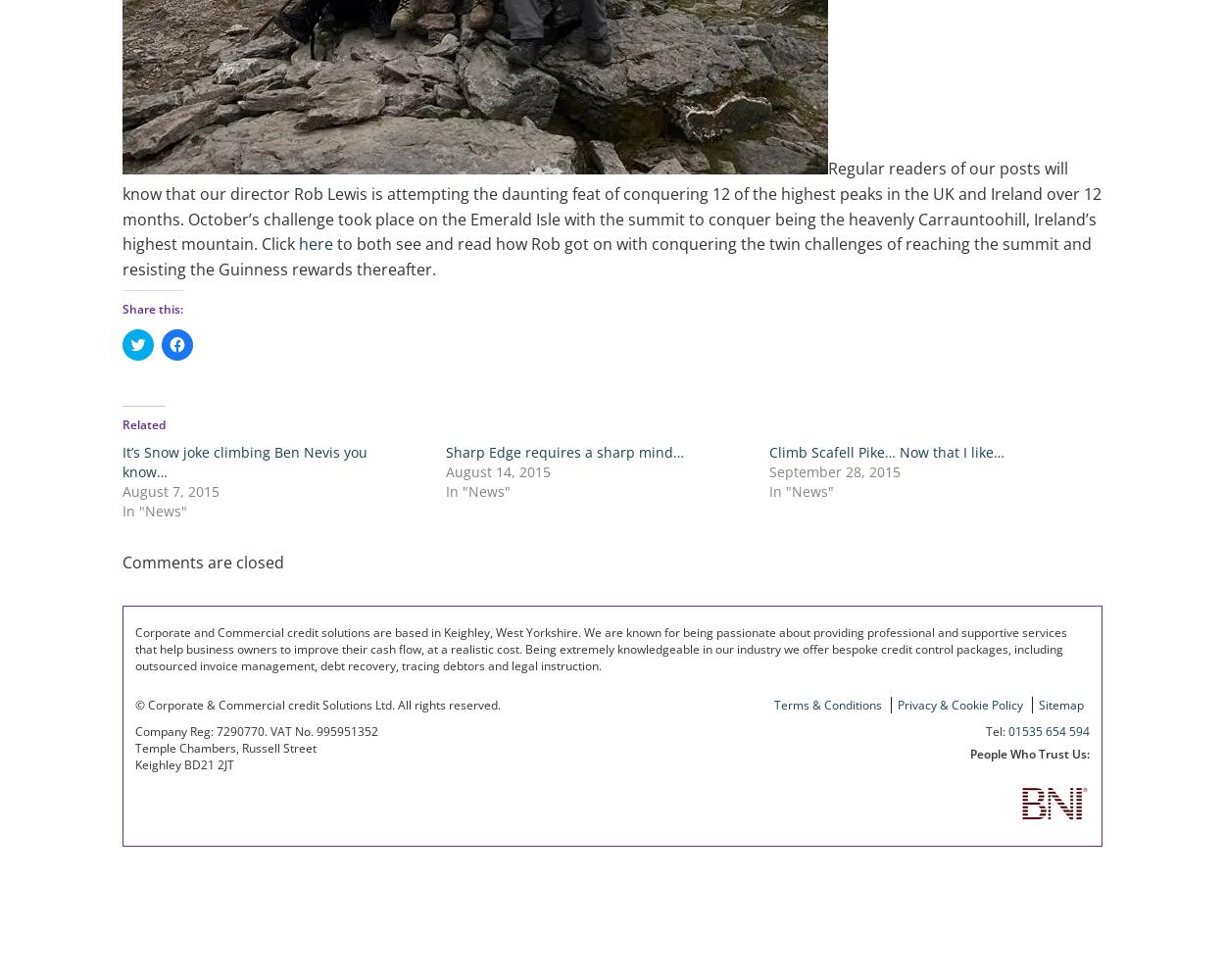 The image size is (1225, 980). Describe the element at coordinates (611, 205) in the screenshot. I see `'Regular readers of our posts will know that our director Rob Lewis is attempting the daunting feat of conquering 12 of the highest peaks in the UK and Ireland over 12 months. October’s challenge took place on the Emerald Isle with the summit to conquer being the heavenly Carrauntoohill, Ireland’s highest mountain. Click'` at that location.